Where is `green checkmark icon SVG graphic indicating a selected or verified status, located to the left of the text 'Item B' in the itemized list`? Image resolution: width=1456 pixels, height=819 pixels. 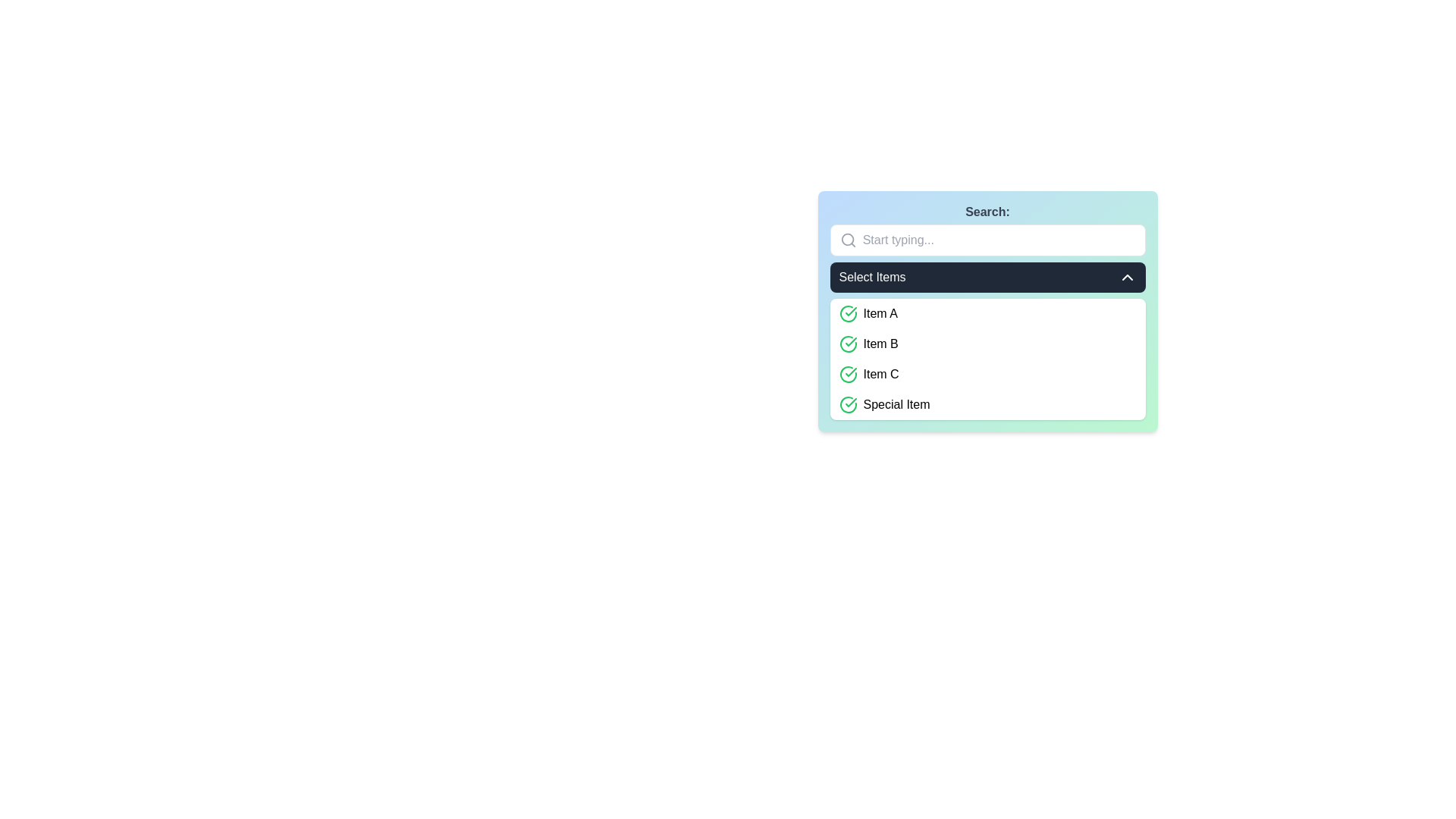 green checkmark icon SVG graphic indicating a selected or verified status, located to the left of the text 'Item B' in the itemized list is located at coordinates (851, 311).